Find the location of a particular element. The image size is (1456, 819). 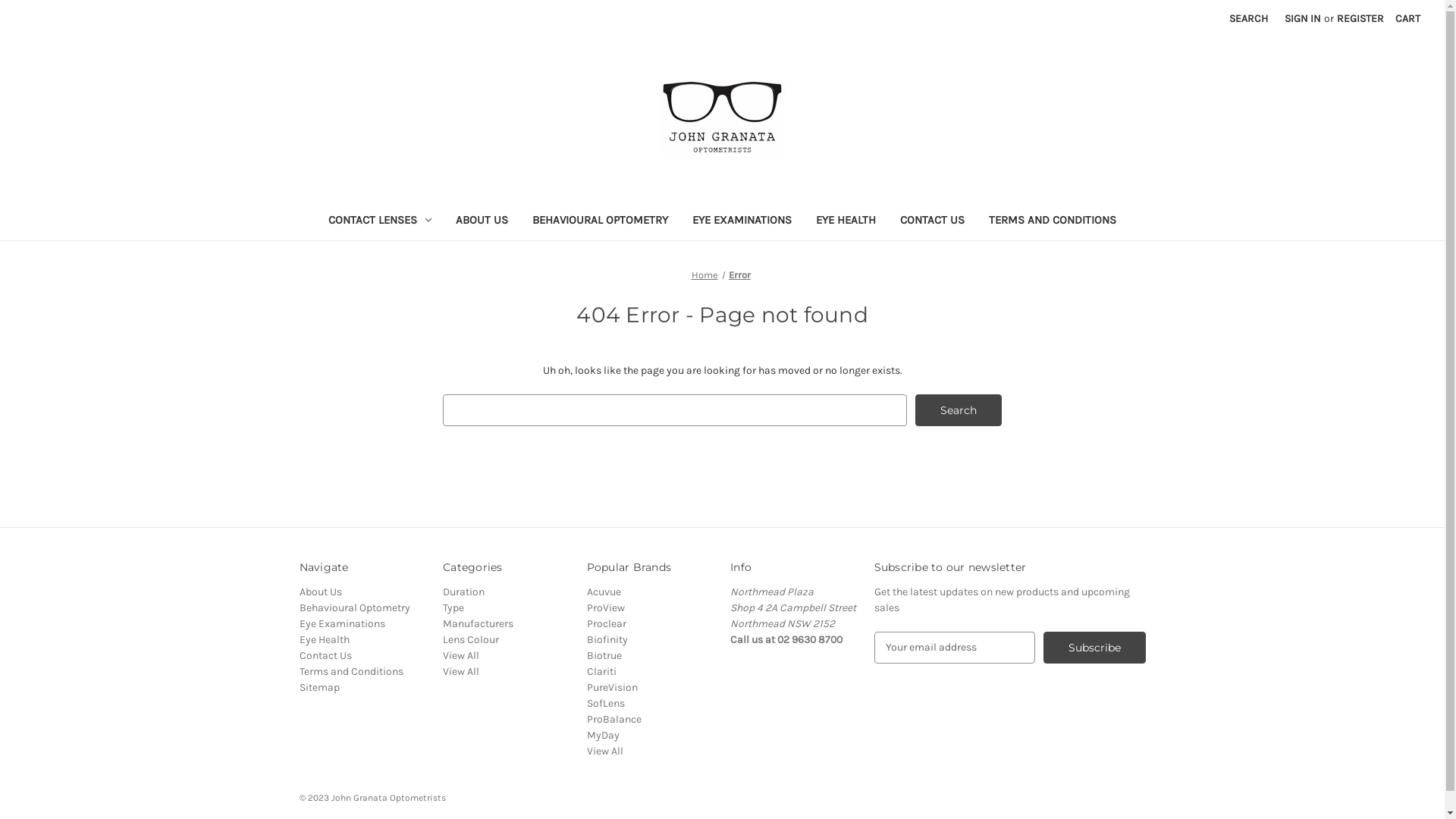

'John Granata Optometrists' is located at coordinates (720, 116).